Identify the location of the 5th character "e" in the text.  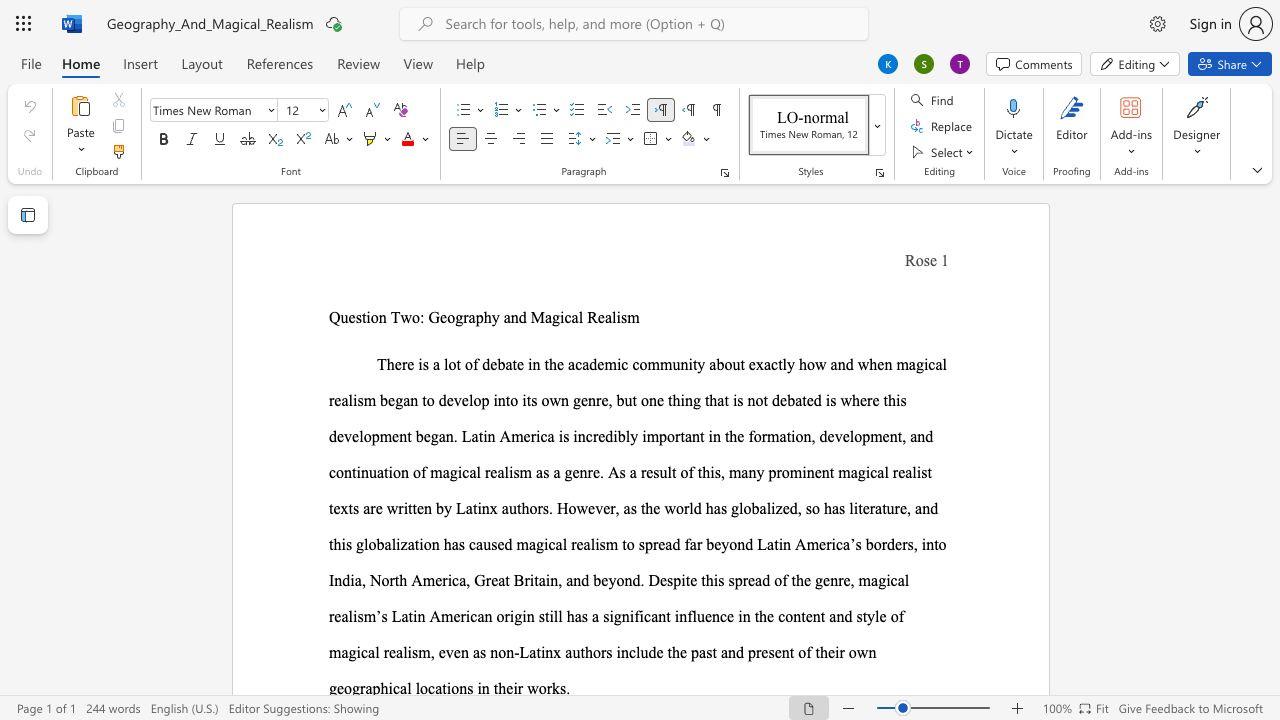
(560, 364).